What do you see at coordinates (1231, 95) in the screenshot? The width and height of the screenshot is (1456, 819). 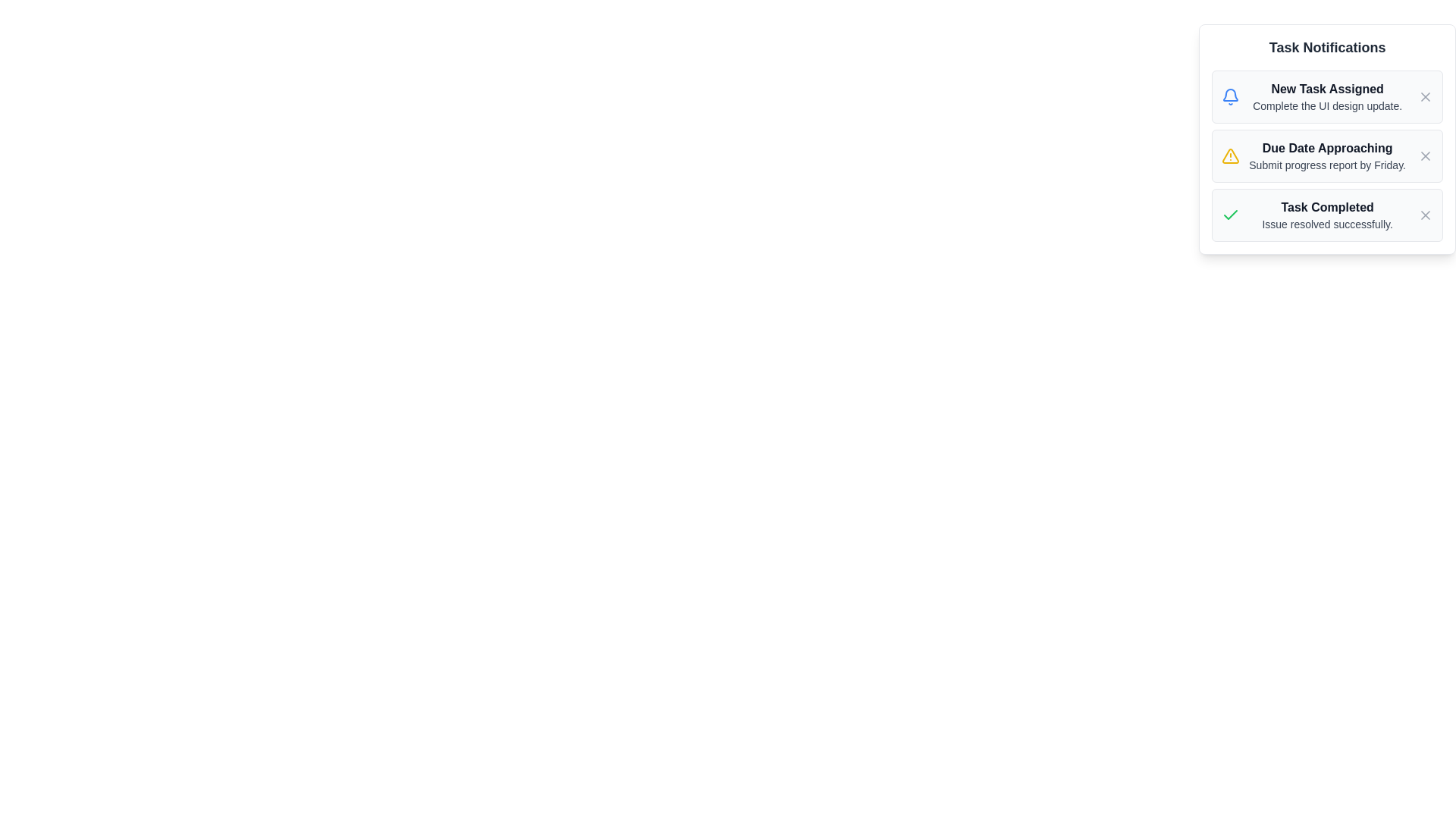 I see `the bottom flared portion of the bell icon graphic, which is a solid color outlined element` at bounding box center [1231, 95].